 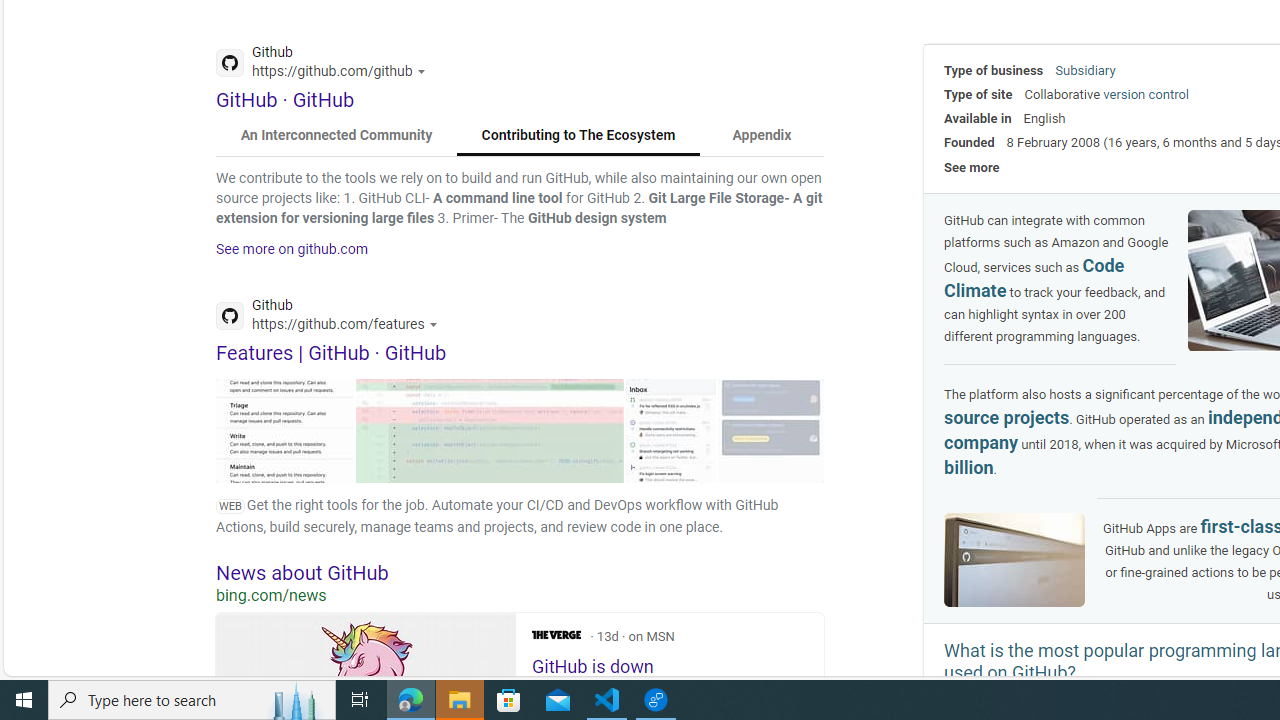 What do you see at coordinates (978, 118) in the screenshot?
I see `'Available in'` at bounding box center [978, 118].